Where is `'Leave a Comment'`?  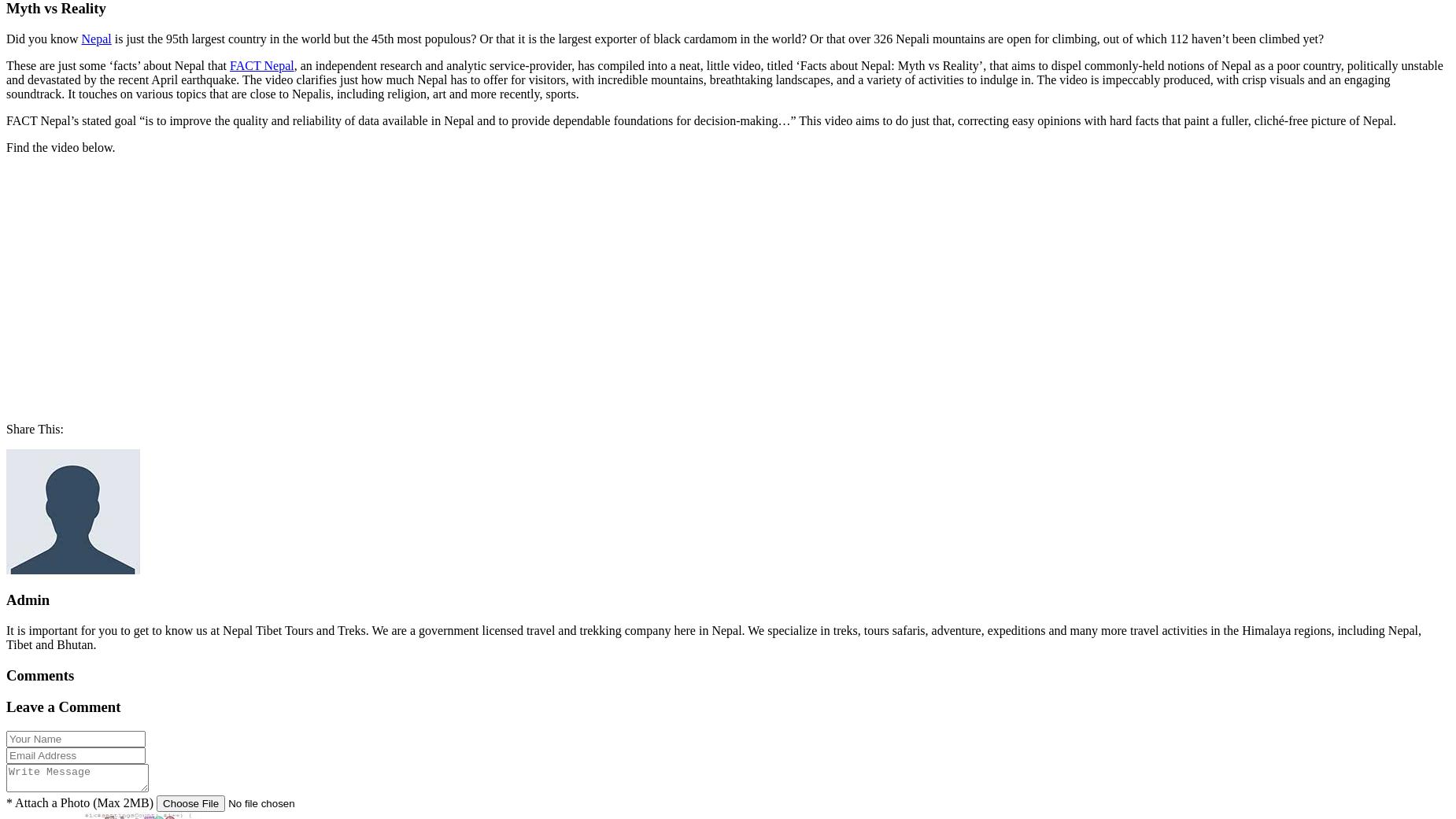
'Leave a Comment' is located at coordinates (62, 706).